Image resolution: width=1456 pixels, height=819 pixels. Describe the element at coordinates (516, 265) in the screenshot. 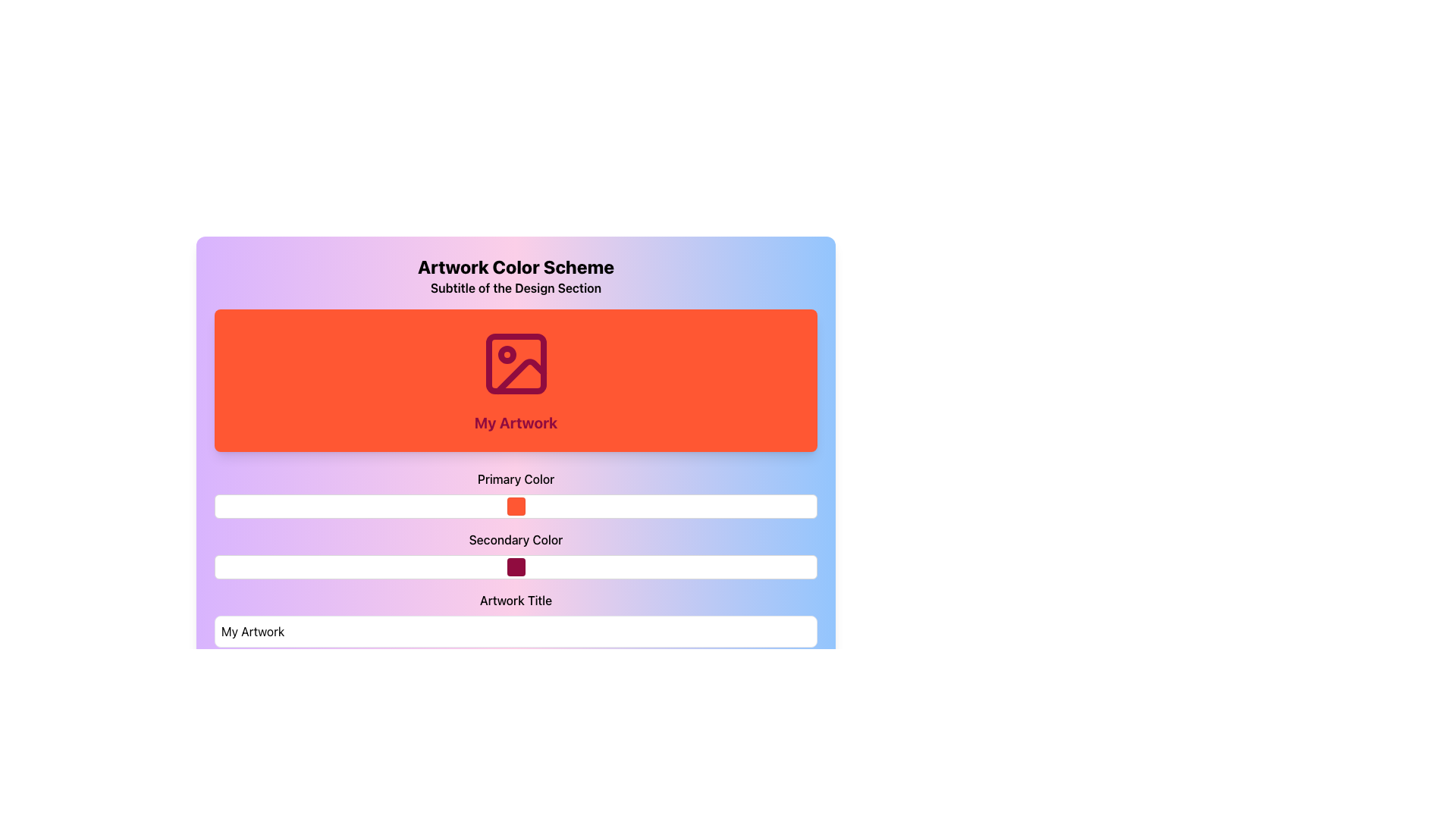

I see `the Header or Title Text element, which serves as the main title for the section and is positioned above the subtitle 'Subtitle of the Design Section'` at that location.